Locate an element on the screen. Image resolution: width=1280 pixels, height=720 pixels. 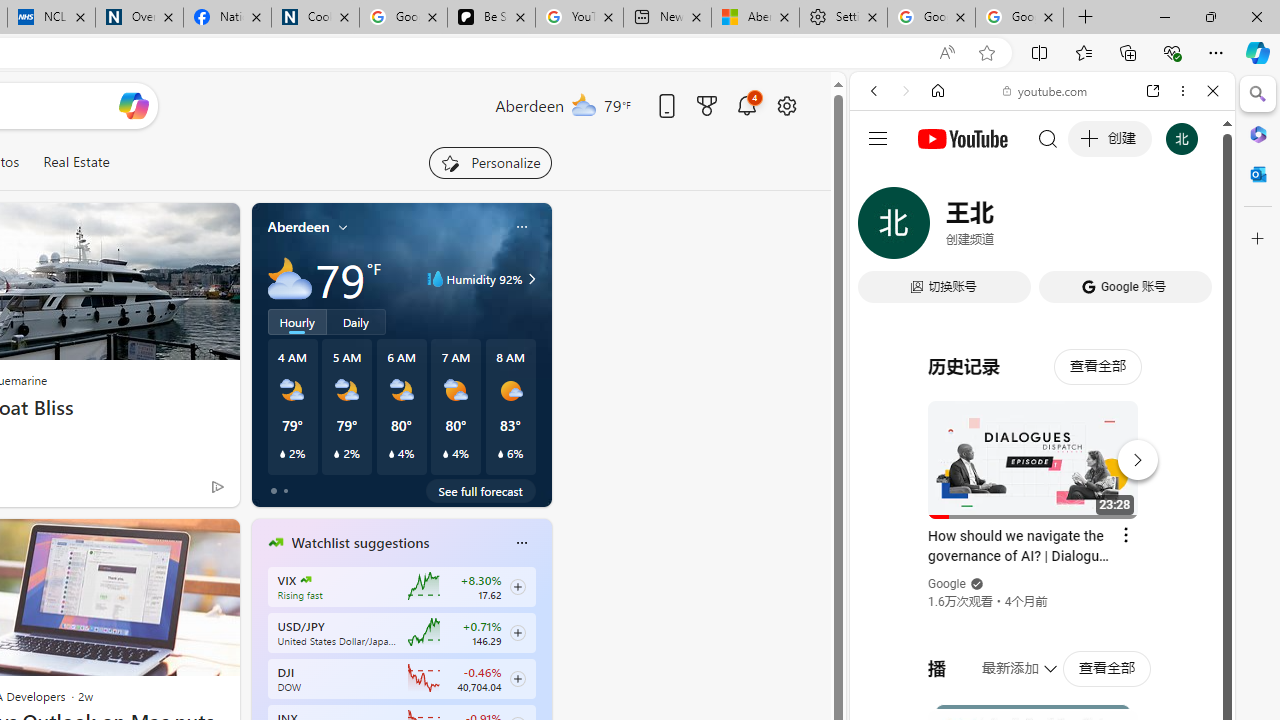
'Be Smart | creating Science videos | Patreon' is located at coordinates (491, 17).